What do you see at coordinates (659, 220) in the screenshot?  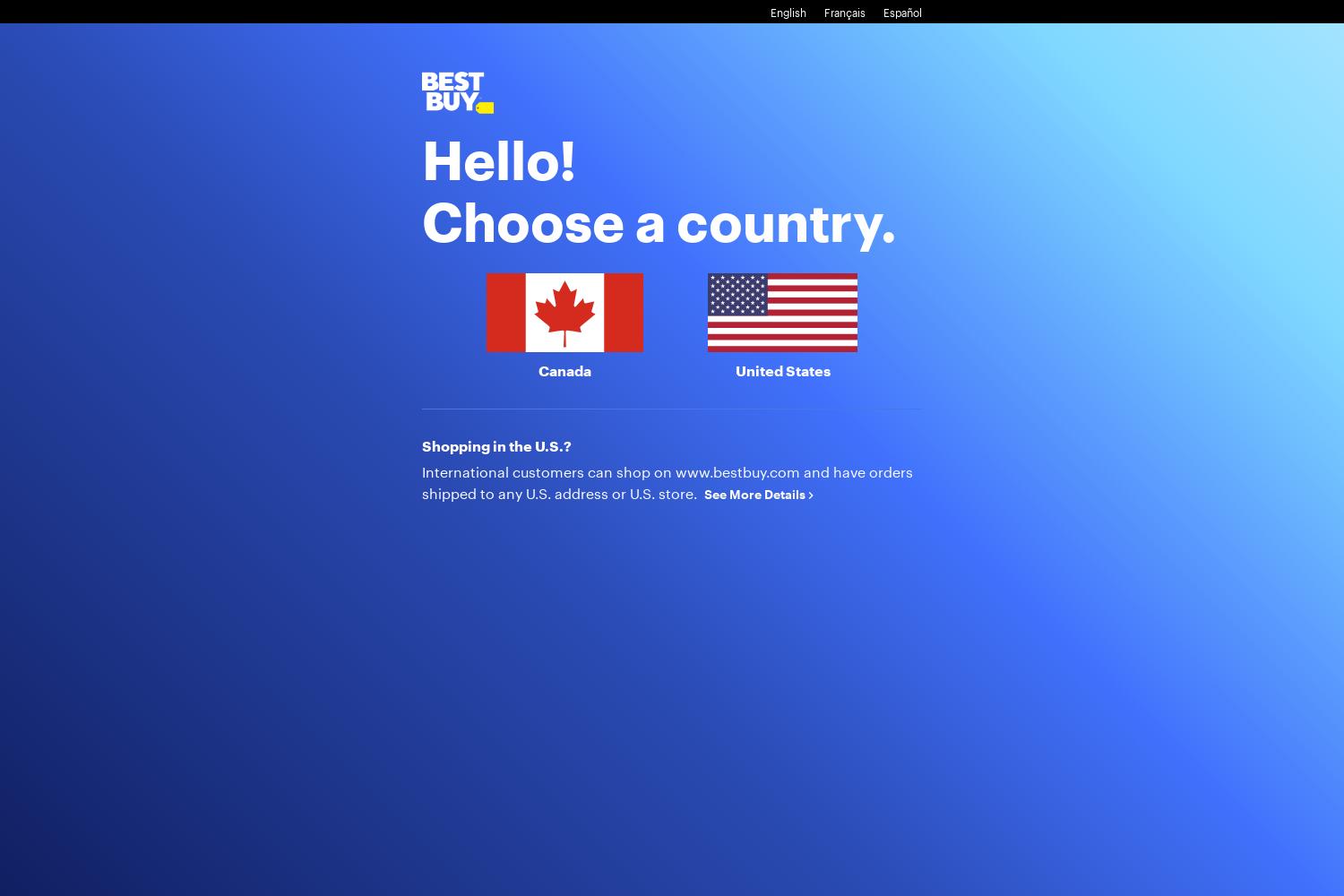 I see `'Choose a country.'` at bounding box center [659, 220].